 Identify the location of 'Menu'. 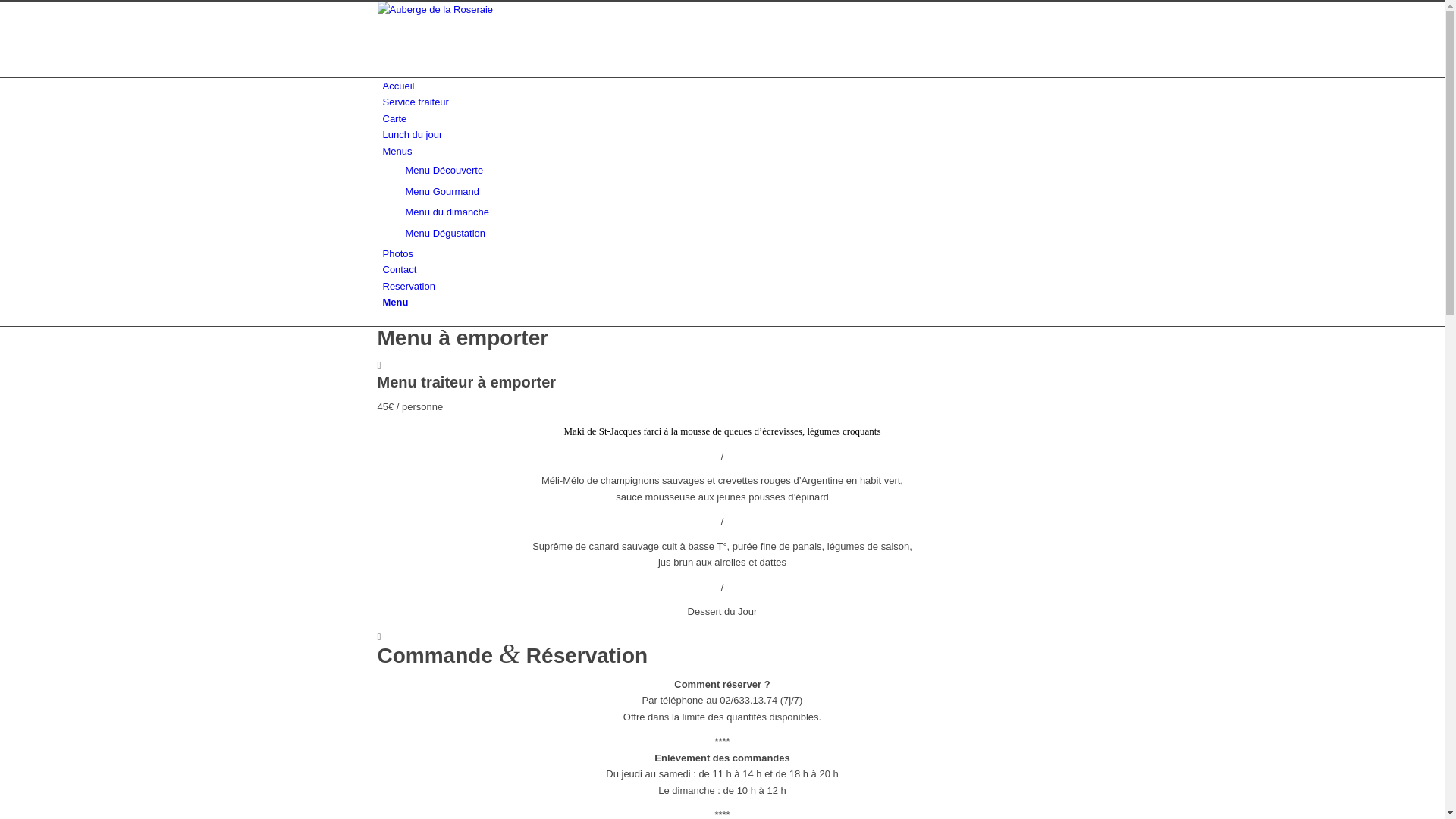
(395, 302).